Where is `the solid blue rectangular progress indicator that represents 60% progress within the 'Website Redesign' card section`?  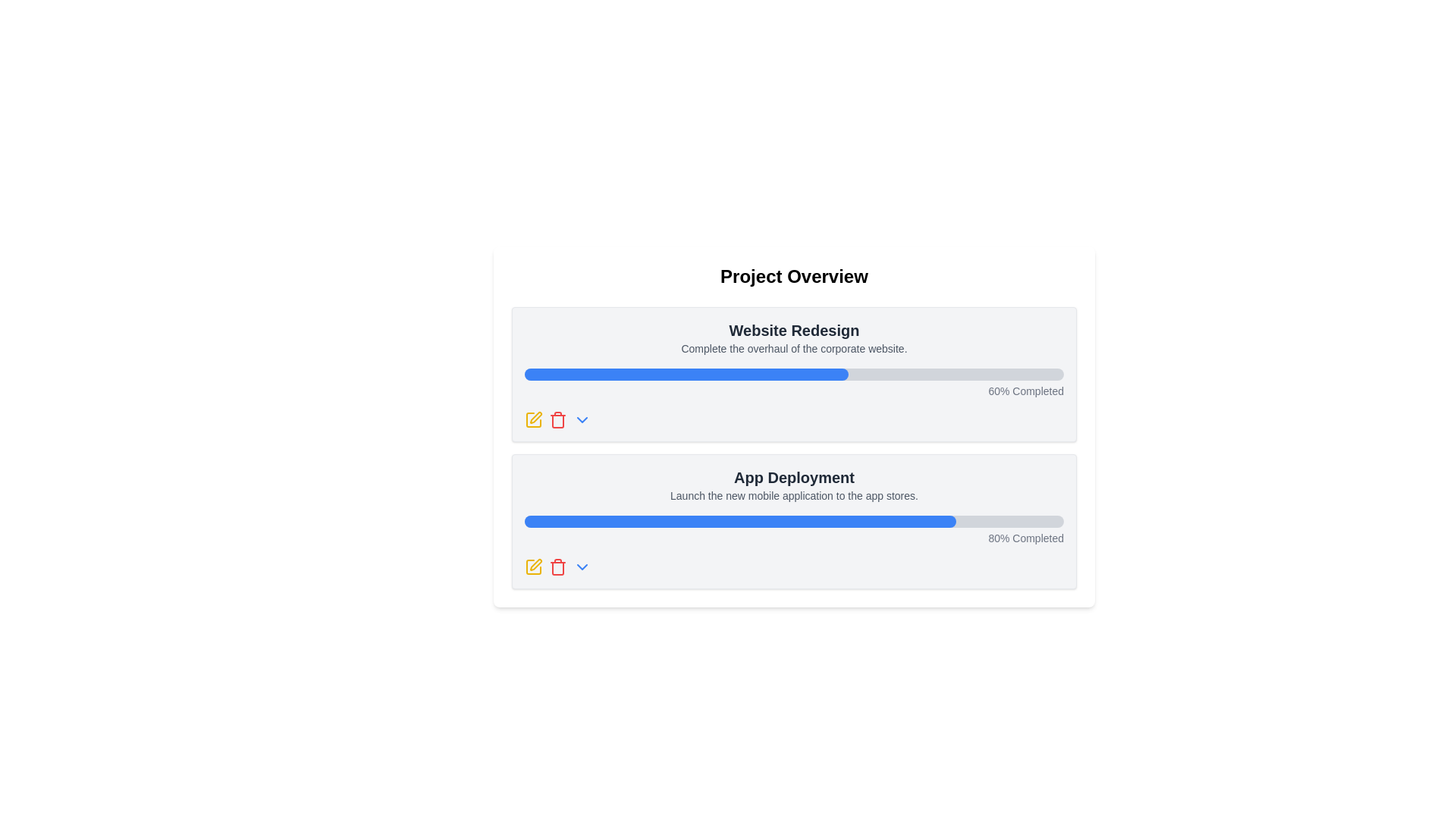 the solid blue rectangular progress indicator that represents 60% progress within the 'Website Redesign' card section is located at coordinates (686, 374).